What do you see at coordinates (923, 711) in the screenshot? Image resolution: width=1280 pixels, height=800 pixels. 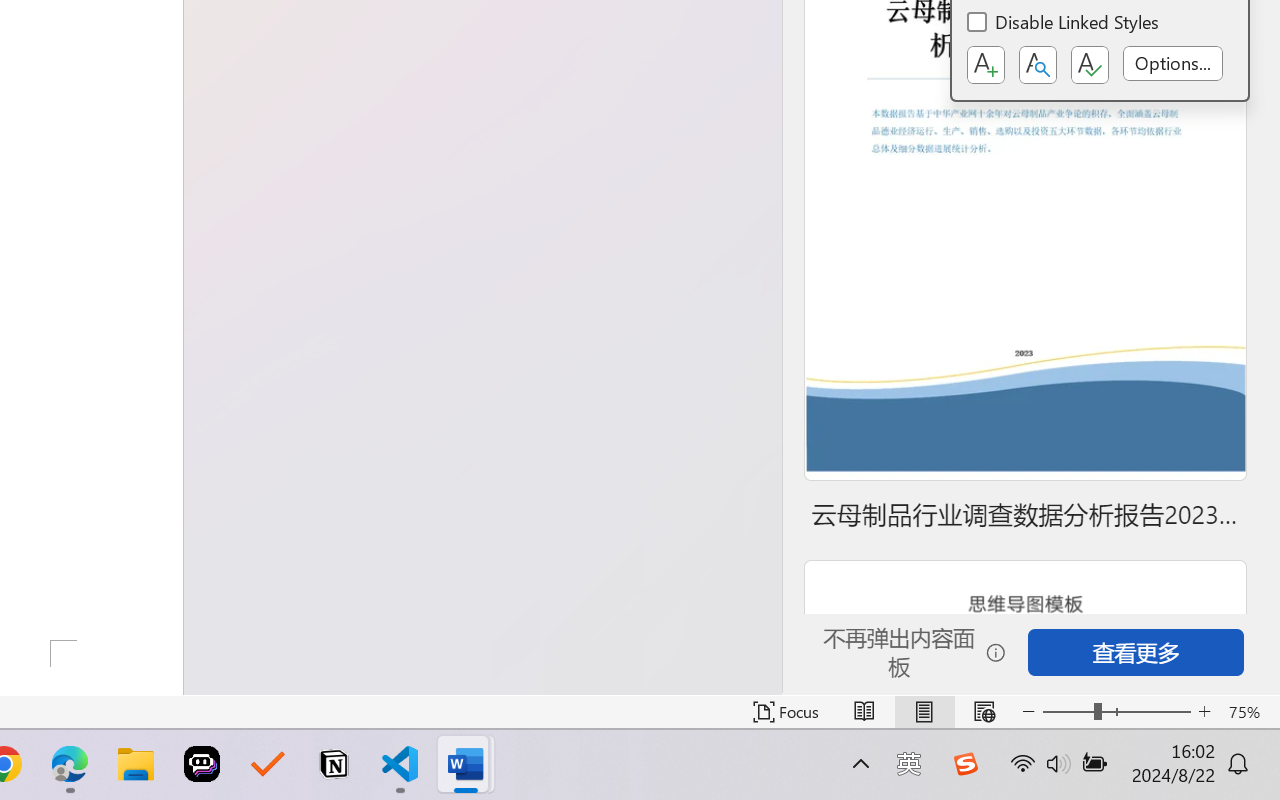 I see `'Print Layout'` at bounding box center [923, 711].